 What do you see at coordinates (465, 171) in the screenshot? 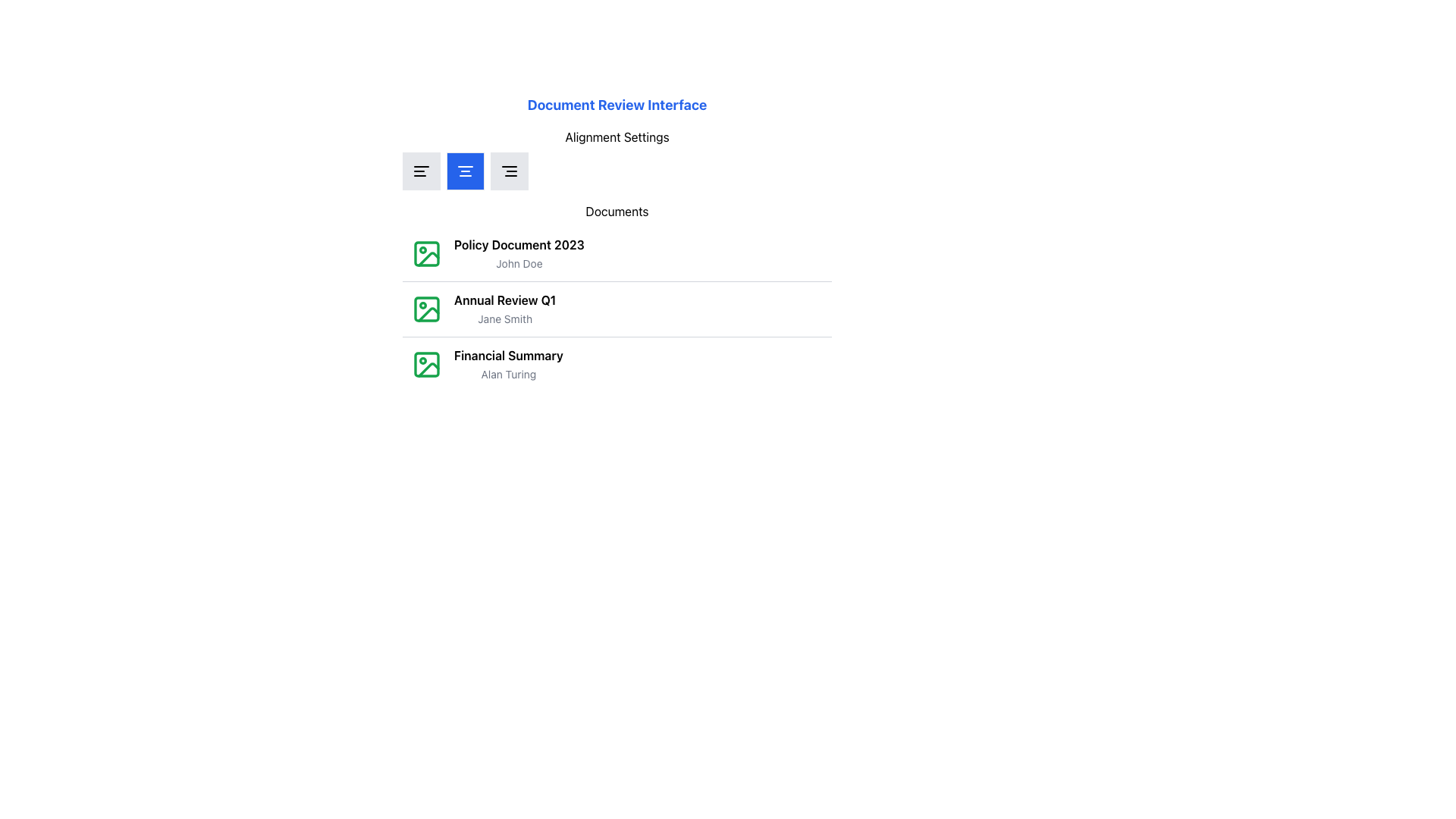
I see `the middle blue button with white borders, featuring an icon of three horizontal lines` at bounding box center [465, 171].